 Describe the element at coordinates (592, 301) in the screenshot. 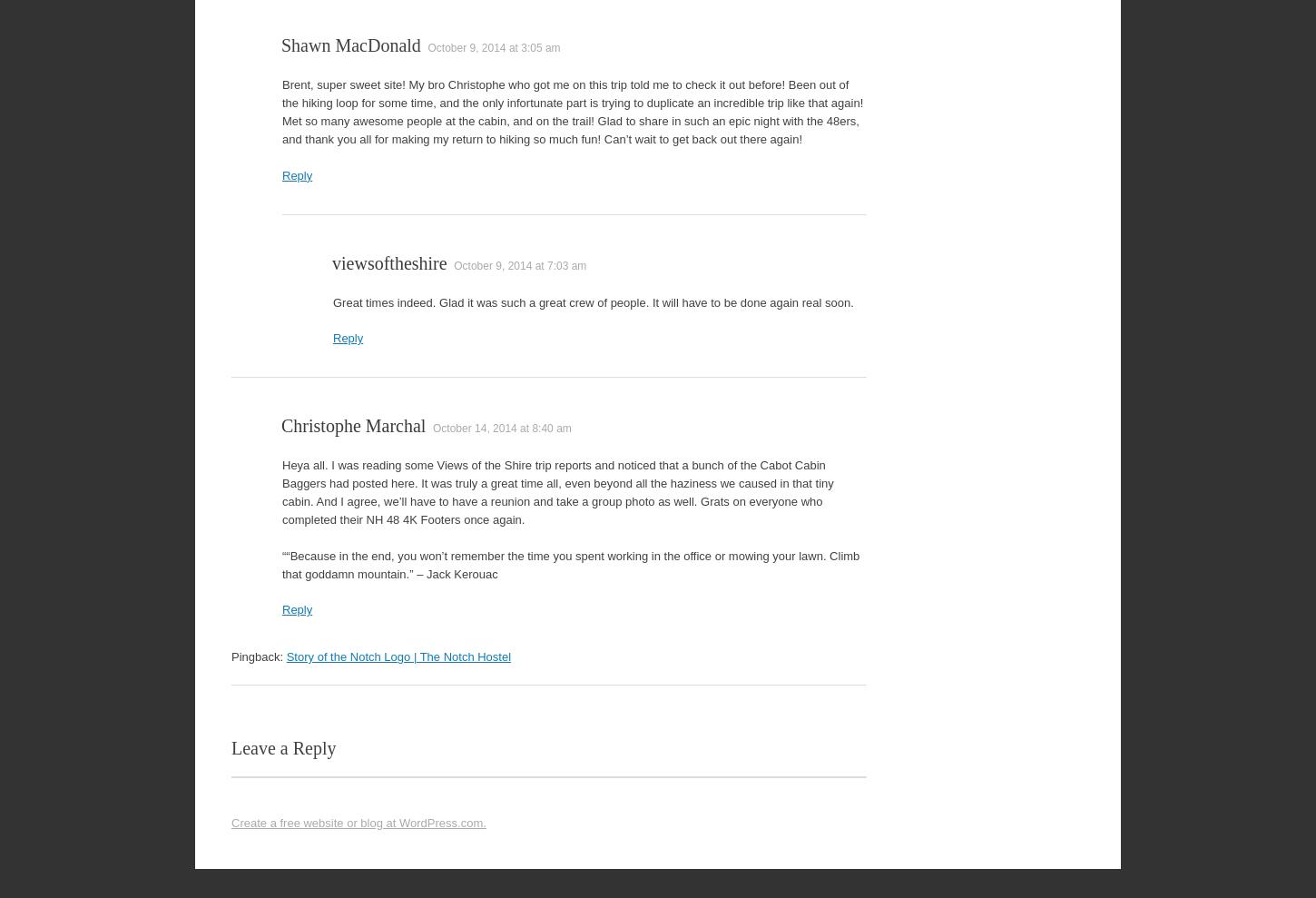

I see `'Great times indeed. Glad it was such a great crew of people. It will have to be done again real soon.'` at that location.